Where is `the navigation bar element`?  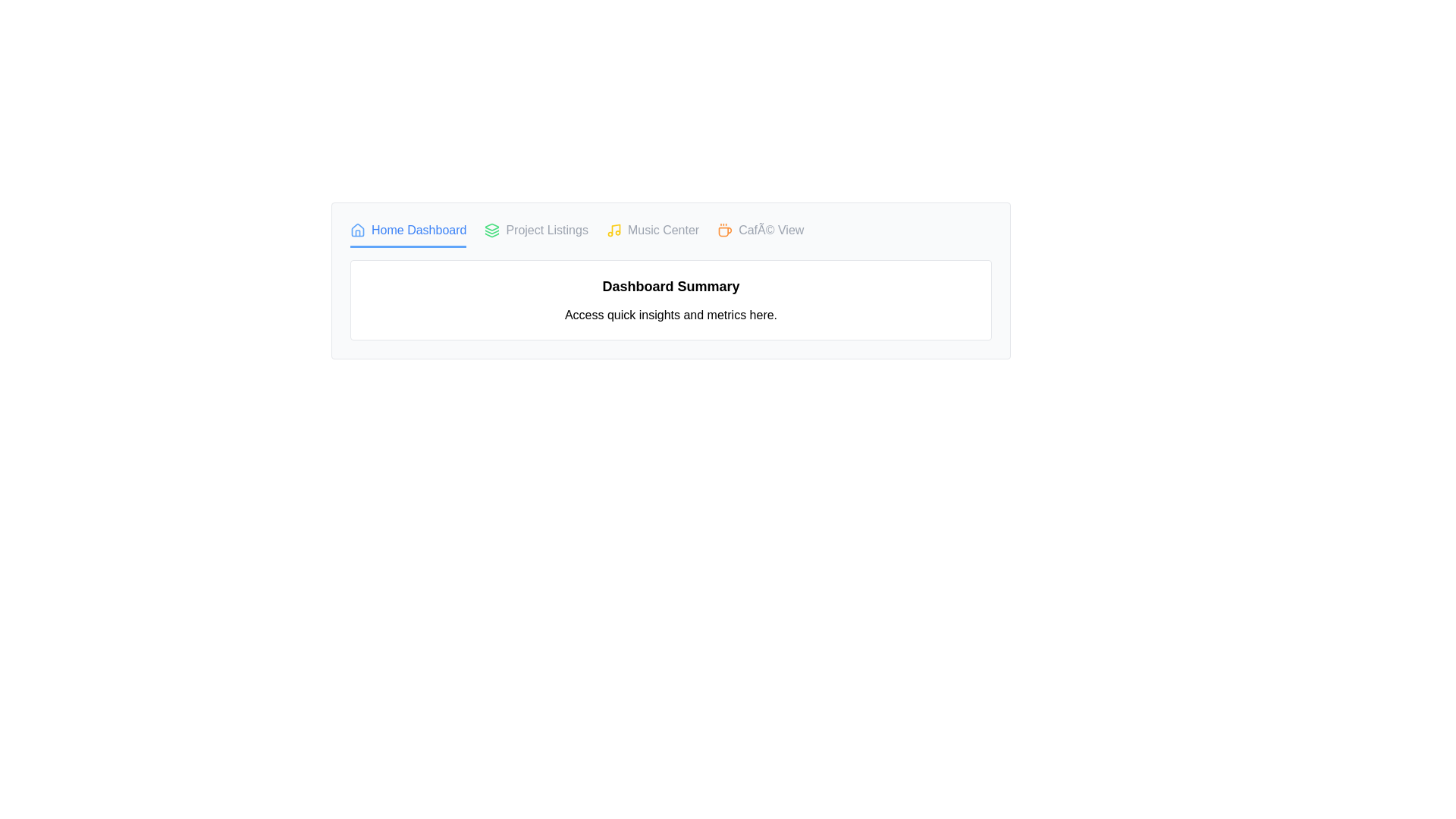
the navigation bar element is located at coordinates (670, 234).